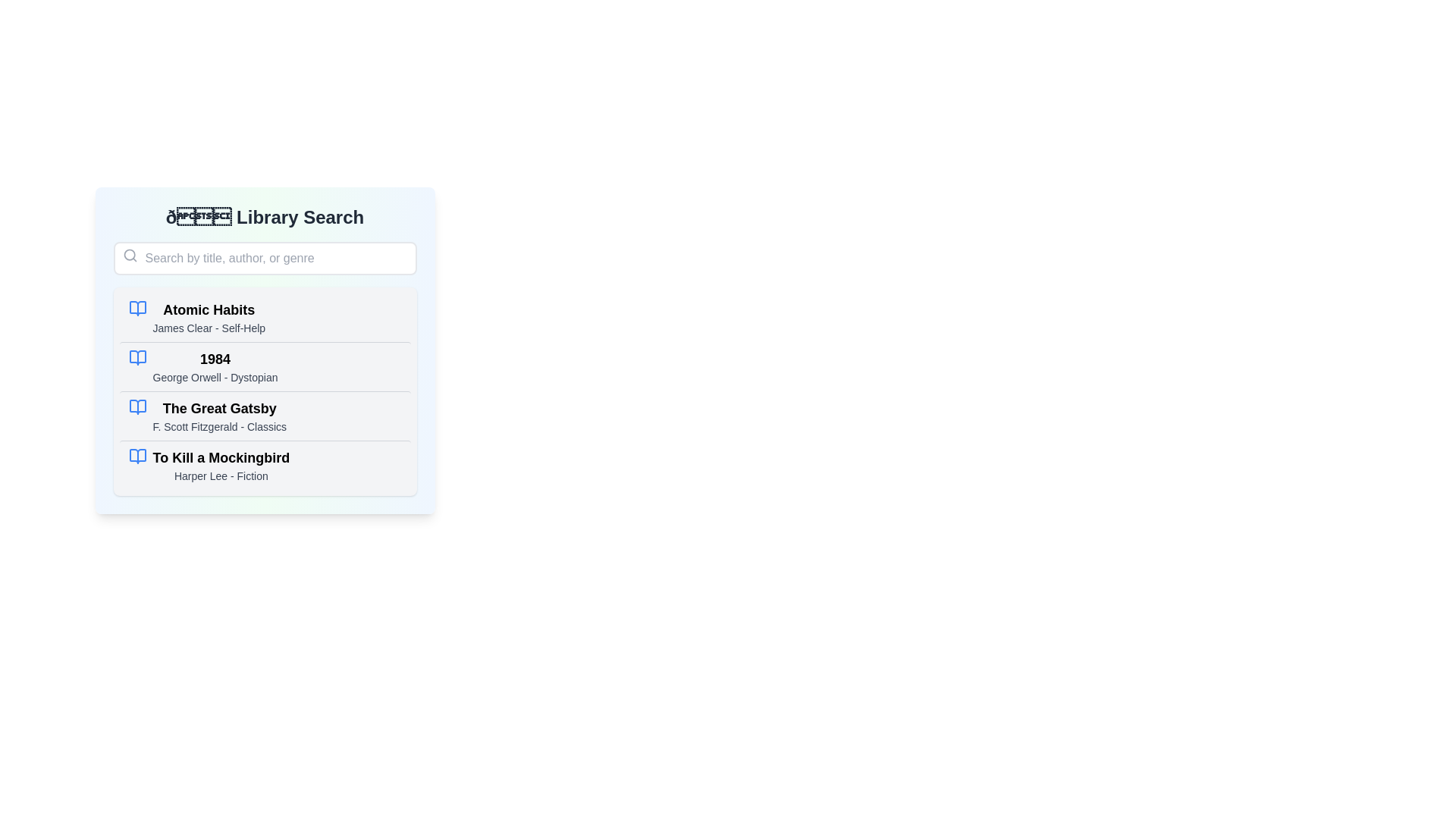  I want to click on the text label that provides metadata about the book 'To Kill a Mockingbird', located directly under its title as the fourth item in the list, so click(220, 475).